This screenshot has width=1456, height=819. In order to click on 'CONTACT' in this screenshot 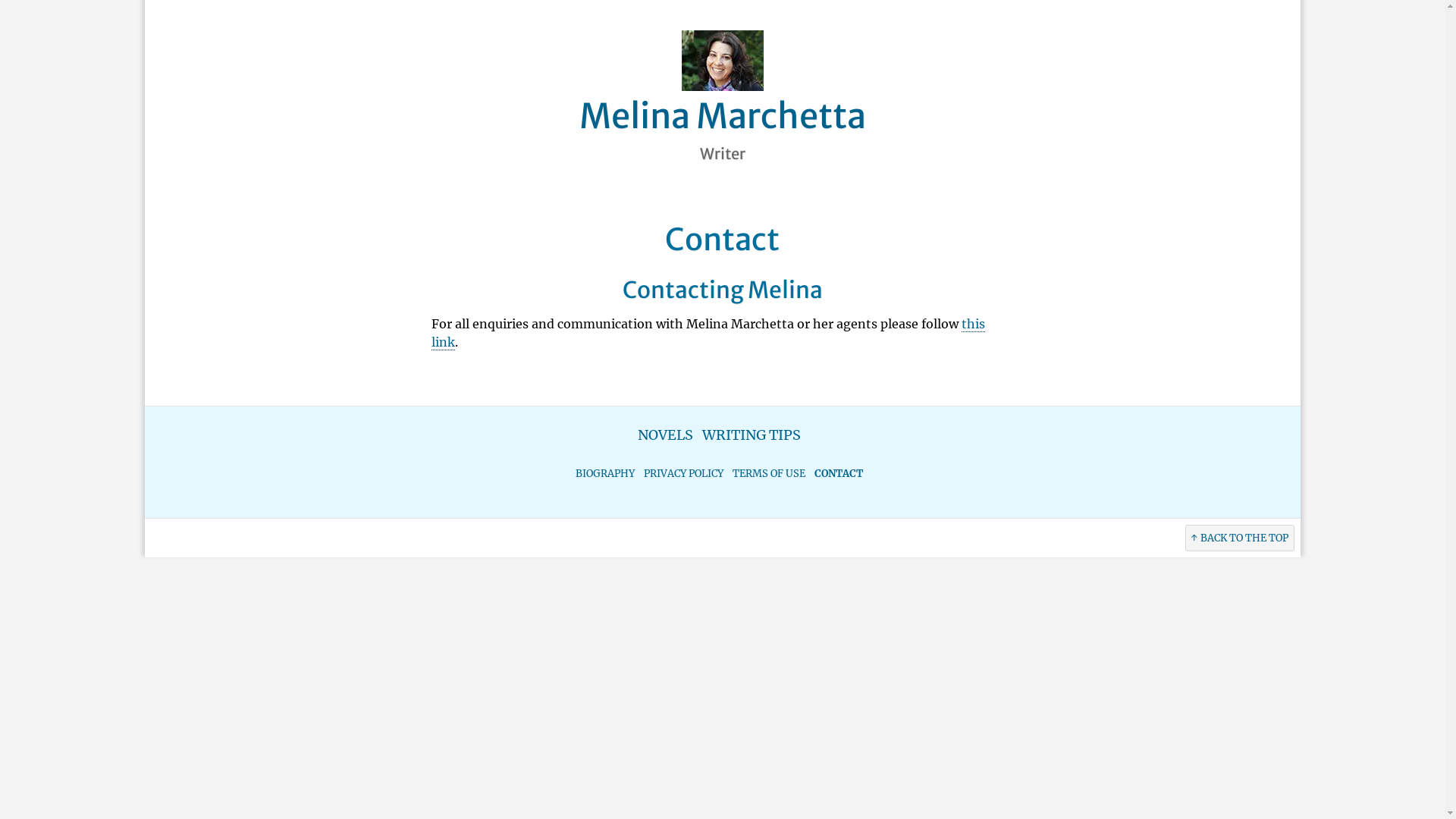, I will do `click(837, 472)`.